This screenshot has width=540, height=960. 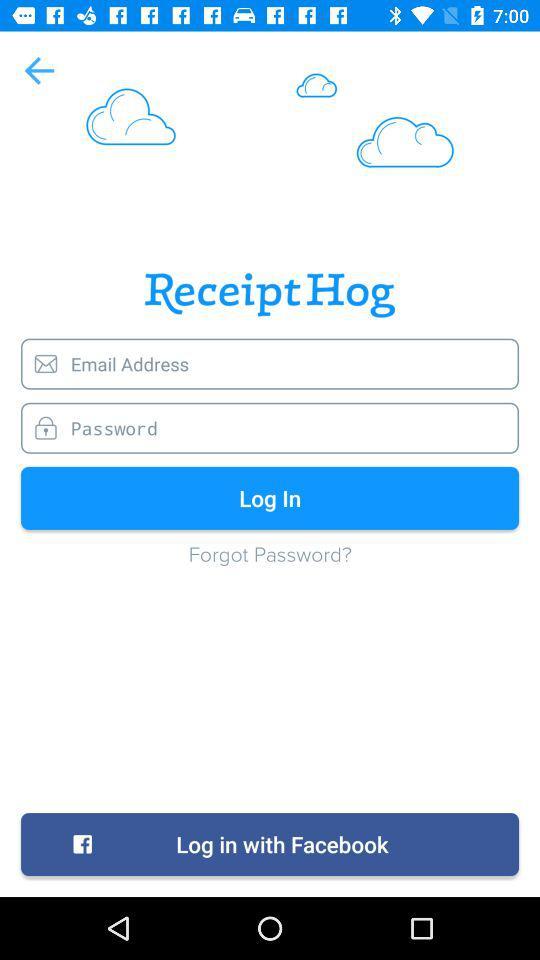 I want to click on the arrow_backward icon, so click(x=39, y=70).